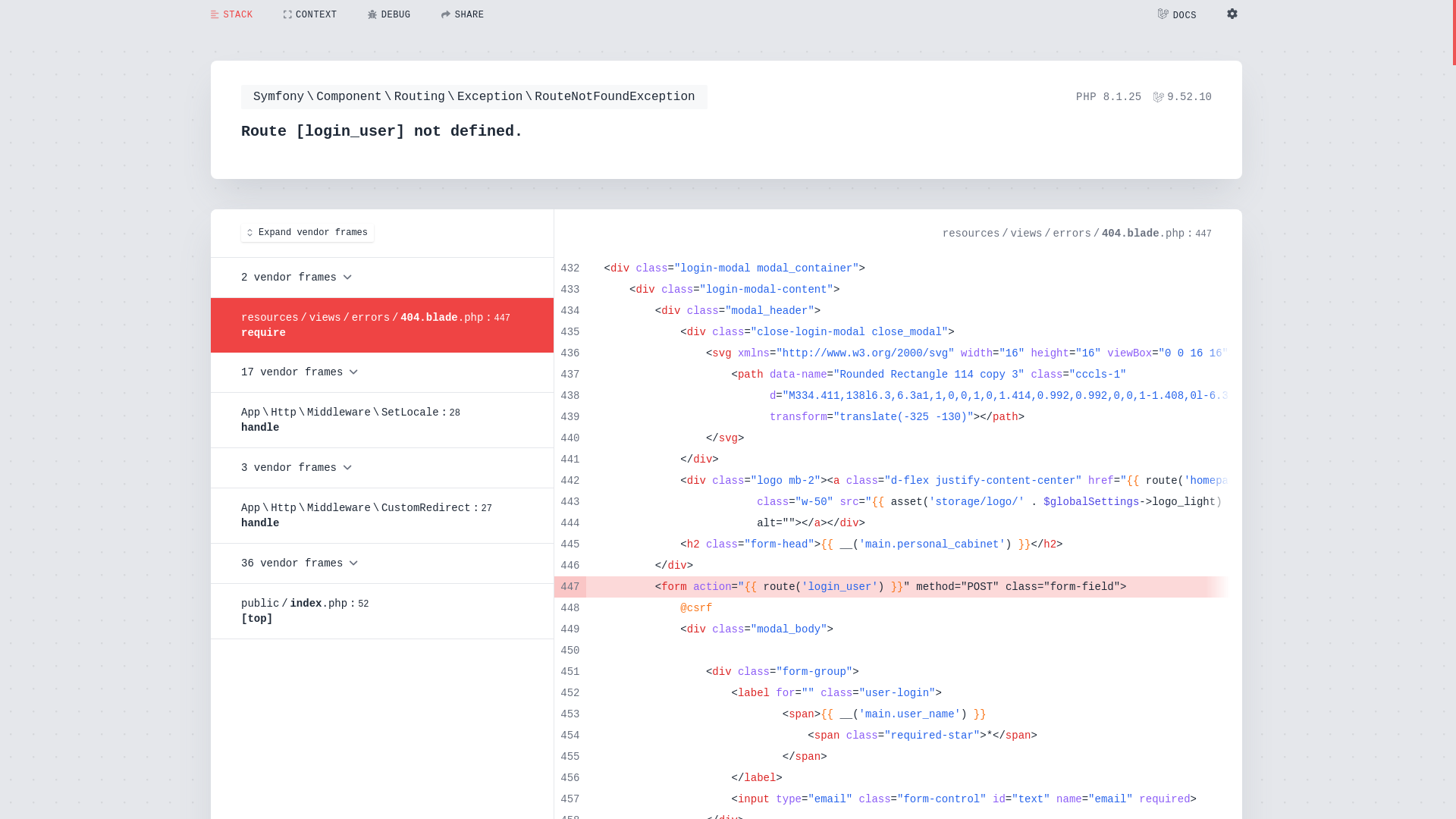 This screenshot has height=819, width=1456. Describe the element at coordinates (462, 14) in the screenshot. I see `'SHARE'` at that location.